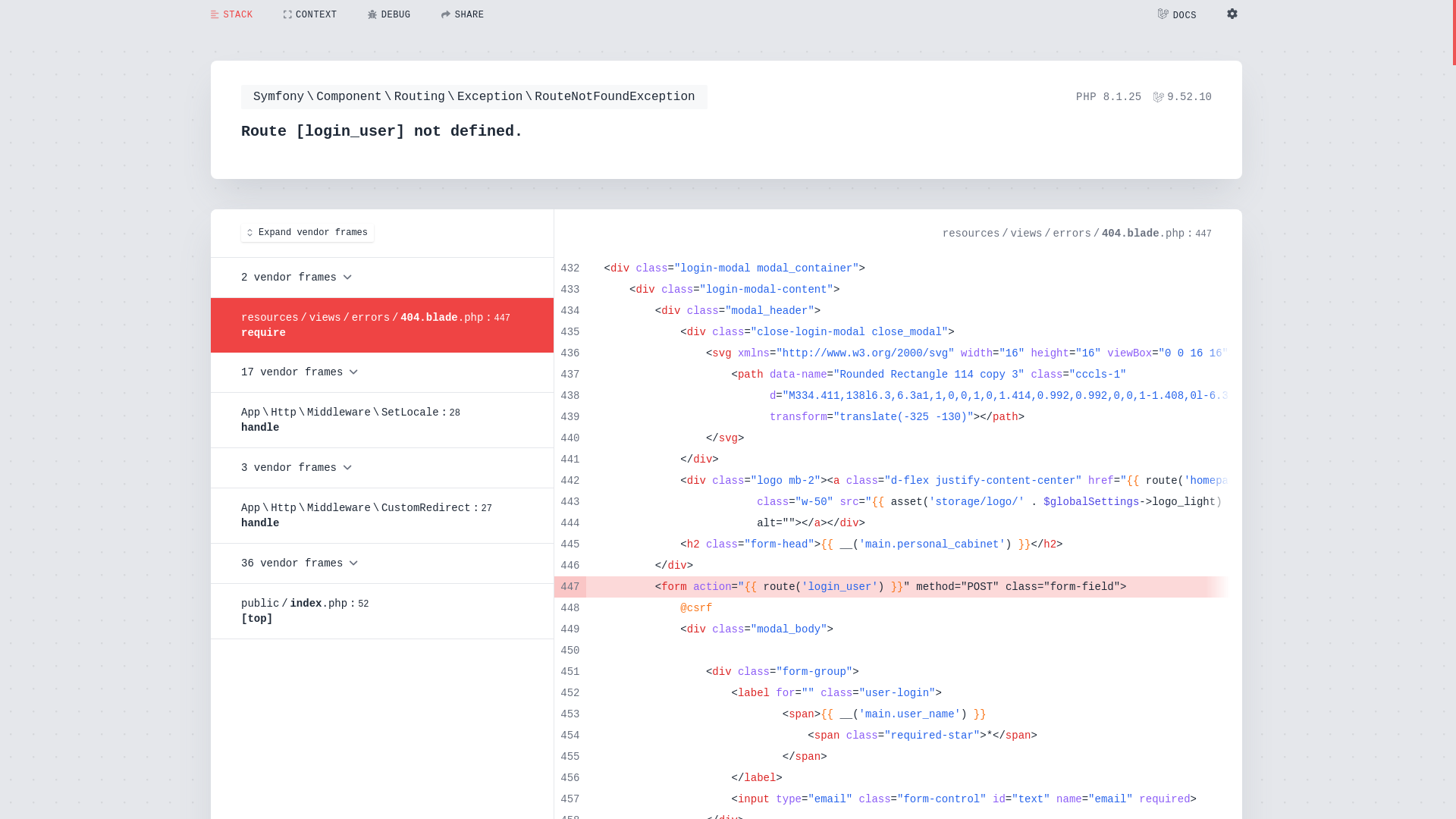 This screenshot has height=819, width=1456. Describe the element at coordinates (462, 14) in the screenshot. I see `'SHARE'` at that location.